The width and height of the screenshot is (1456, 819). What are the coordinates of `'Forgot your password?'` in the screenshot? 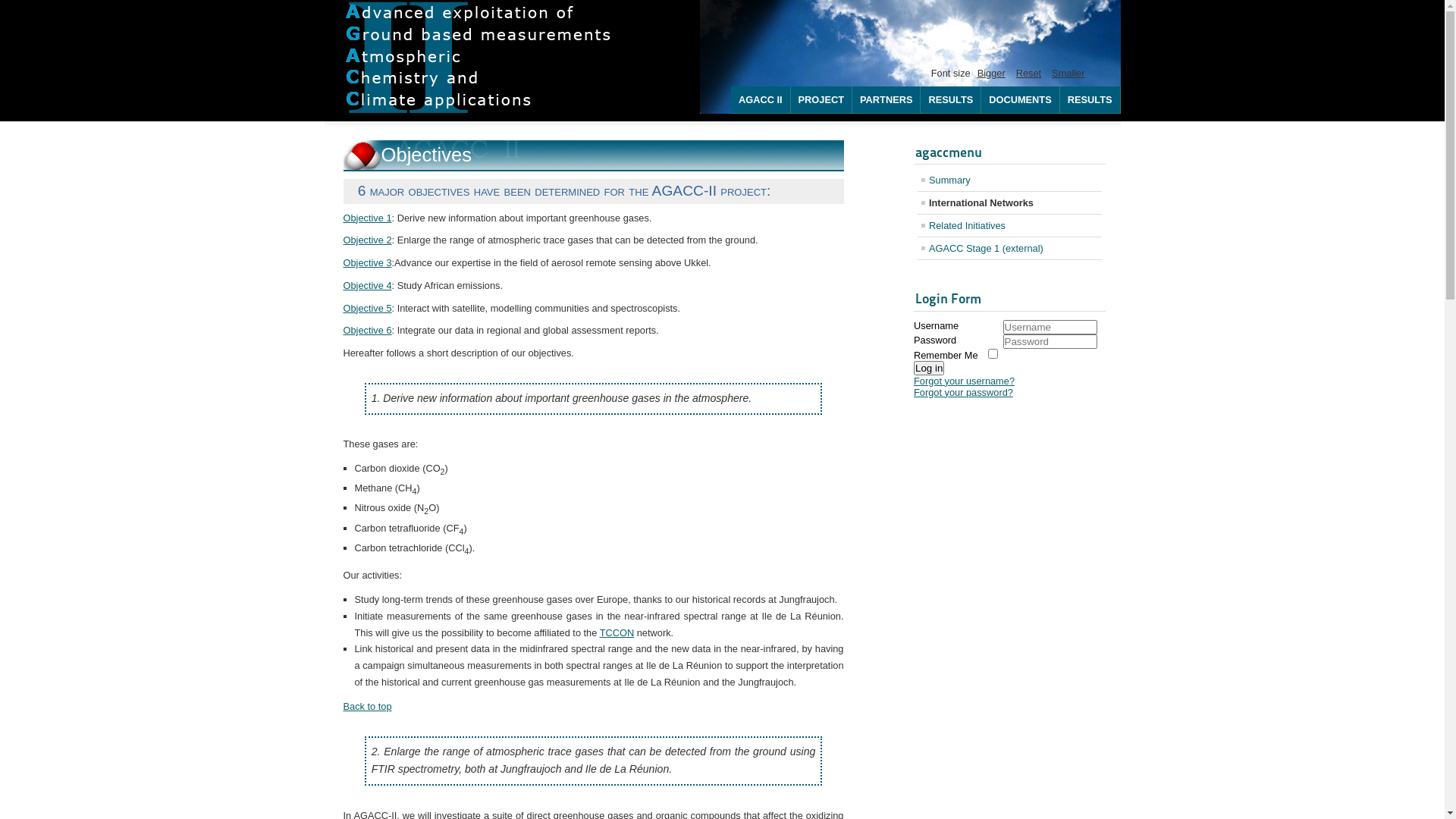 It's located at (912, 391).